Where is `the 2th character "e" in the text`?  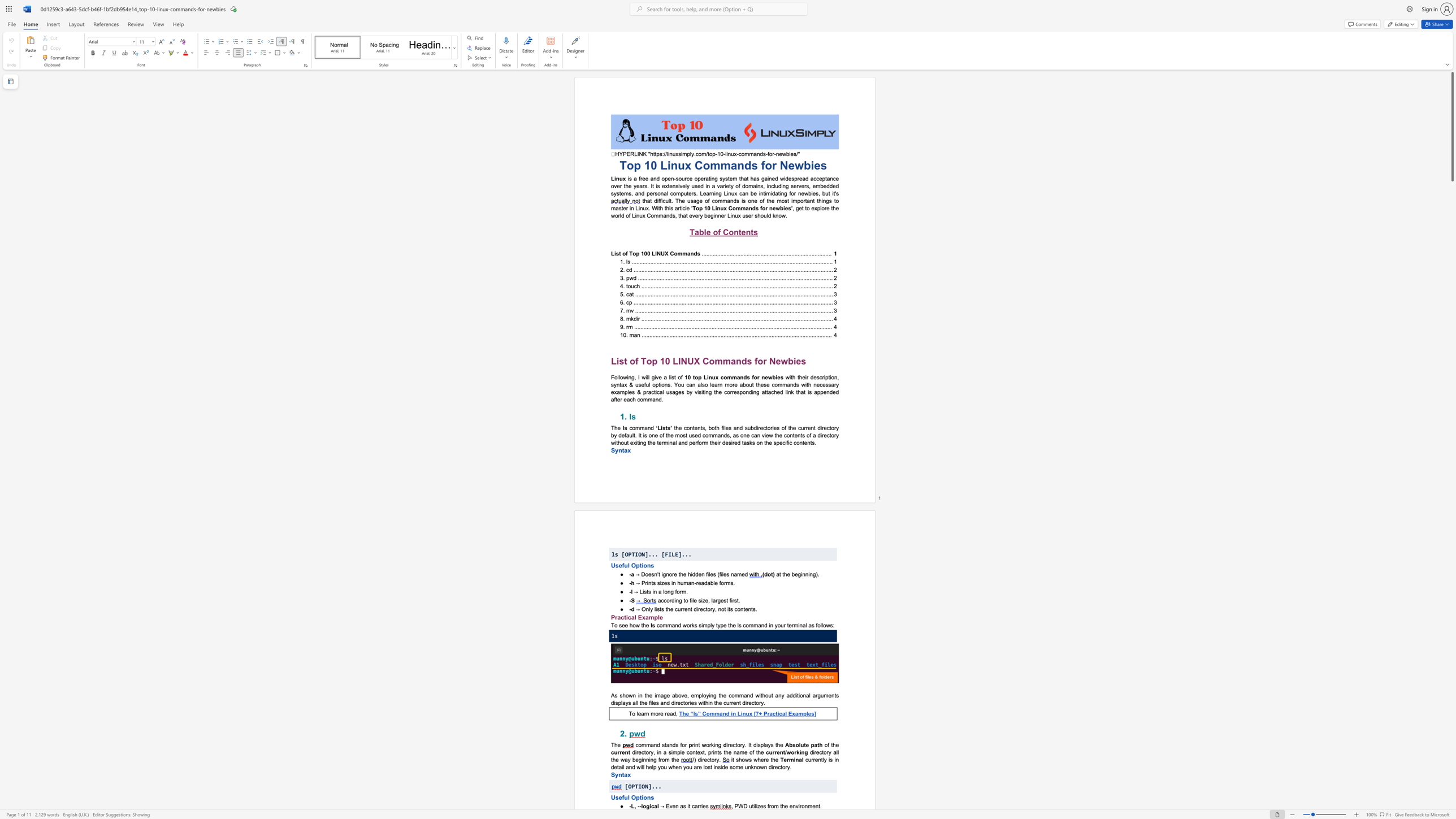
the 2th character "e" in the text is located at coordinates (743, 232).